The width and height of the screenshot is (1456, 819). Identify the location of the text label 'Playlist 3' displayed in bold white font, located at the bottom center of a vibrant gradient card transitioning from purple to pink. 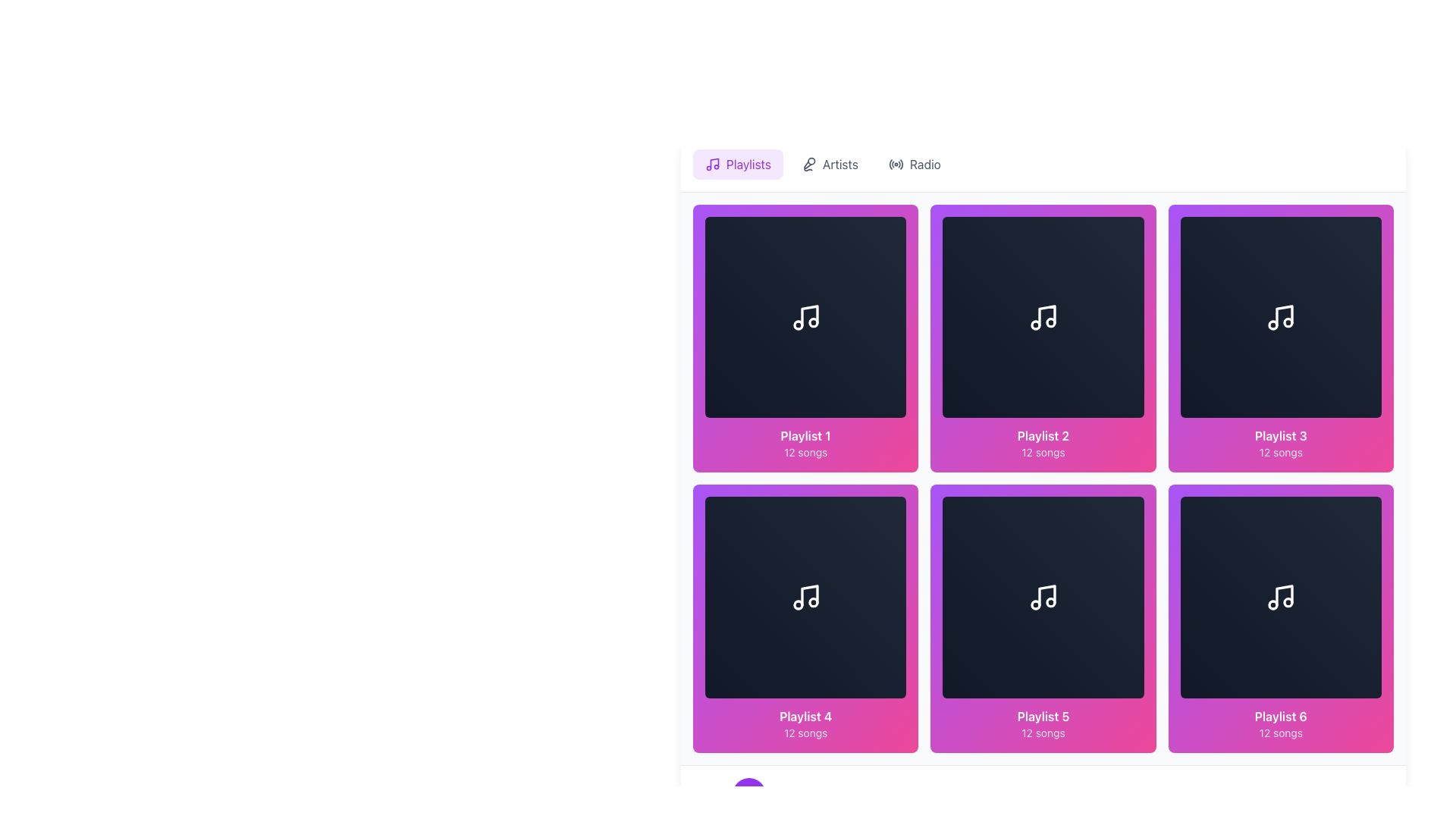
(1280, 436).